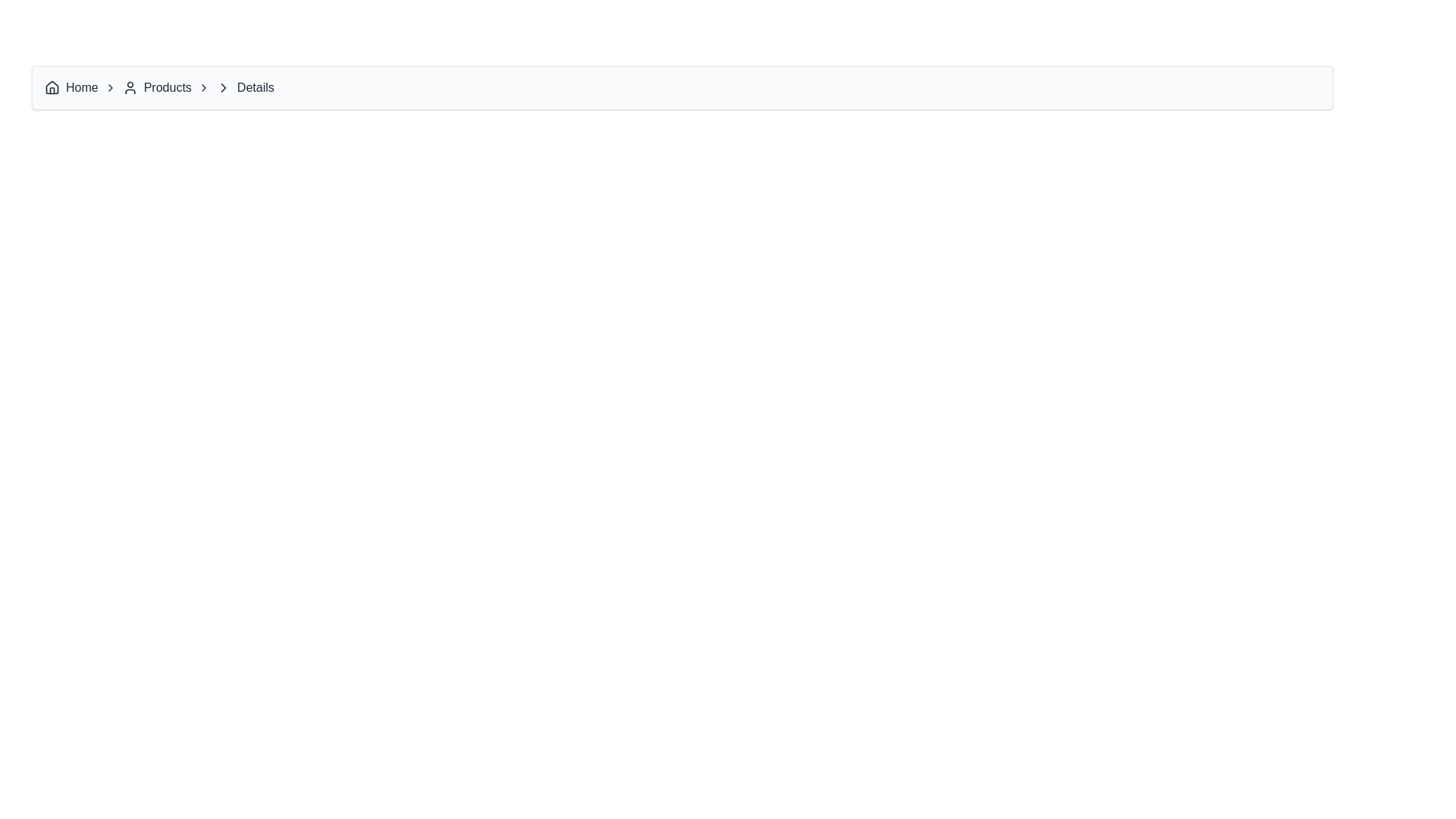 The height and width of the screenshot is (819, 1456). What do you see at coordinates (222, 87) in the screenshot?
I see `the presence of the right-facing chevron icon located in the breadcrumb navigation bar, positioned to the right of the 'Products' text and before the 'Details' text` at bounding box center [222, 87].